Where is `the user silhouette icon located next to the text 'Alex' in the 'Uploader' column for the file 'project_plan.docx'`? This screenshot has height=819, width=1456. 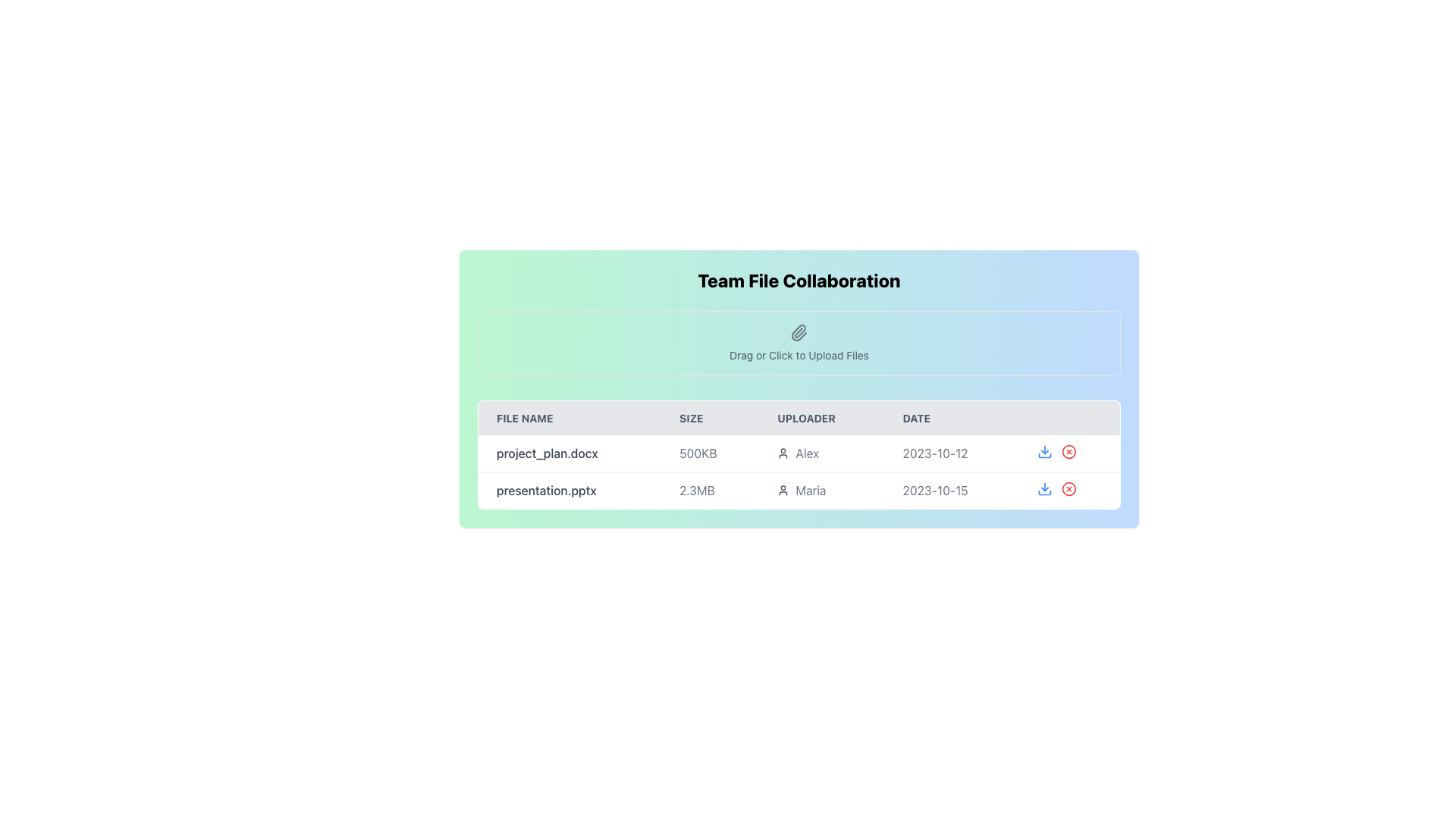
the user silhouette icon located next to the text 'Alex' in the 'Uploader' column for the file 'project_plan.docx' is located at coordinates (783, 452).